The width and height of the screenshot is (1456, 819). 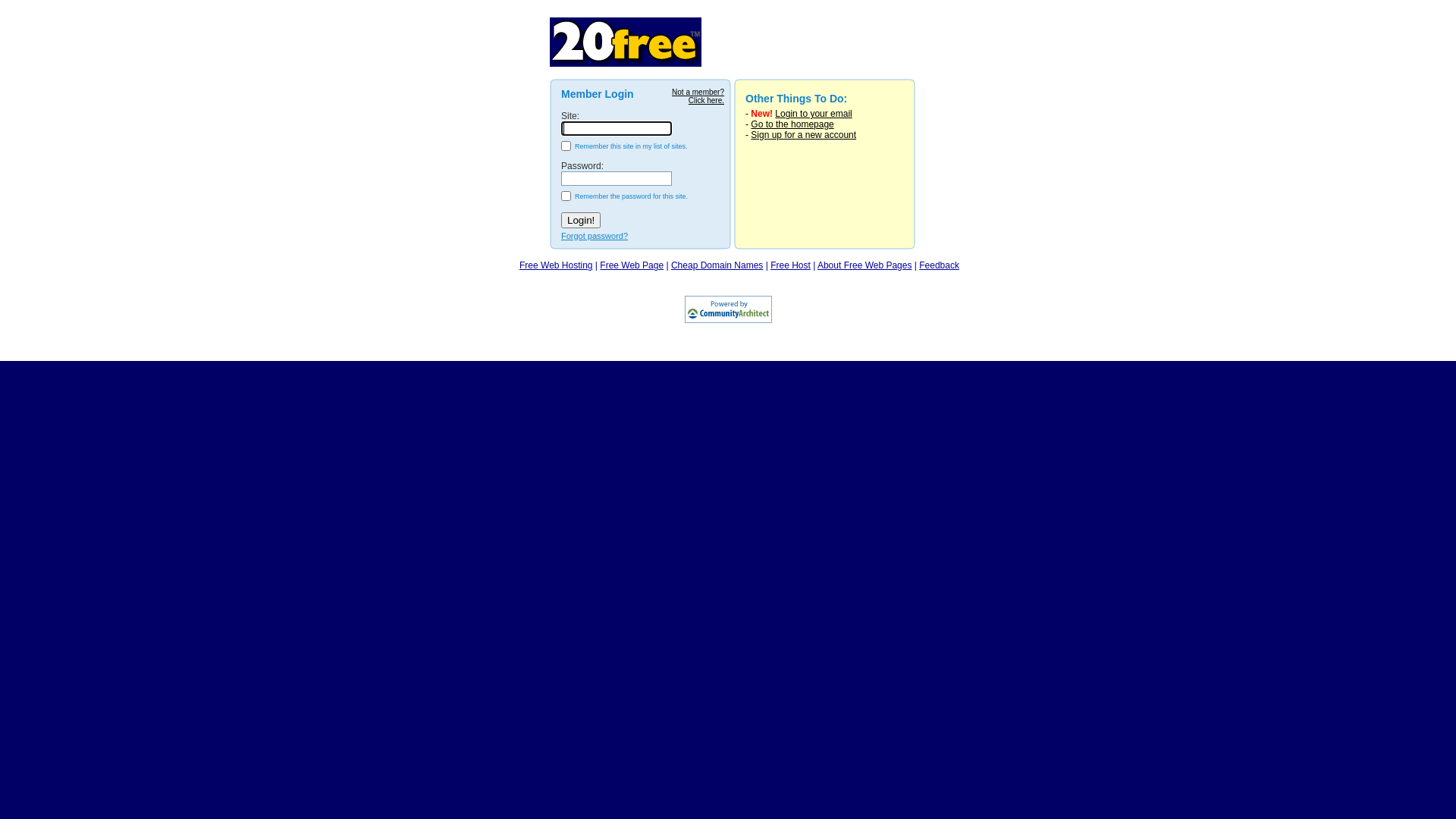 What do you see at coordinates (812, 113) in the screenshot?
I see `'Login to your email'` at bounding box center [812, 113].